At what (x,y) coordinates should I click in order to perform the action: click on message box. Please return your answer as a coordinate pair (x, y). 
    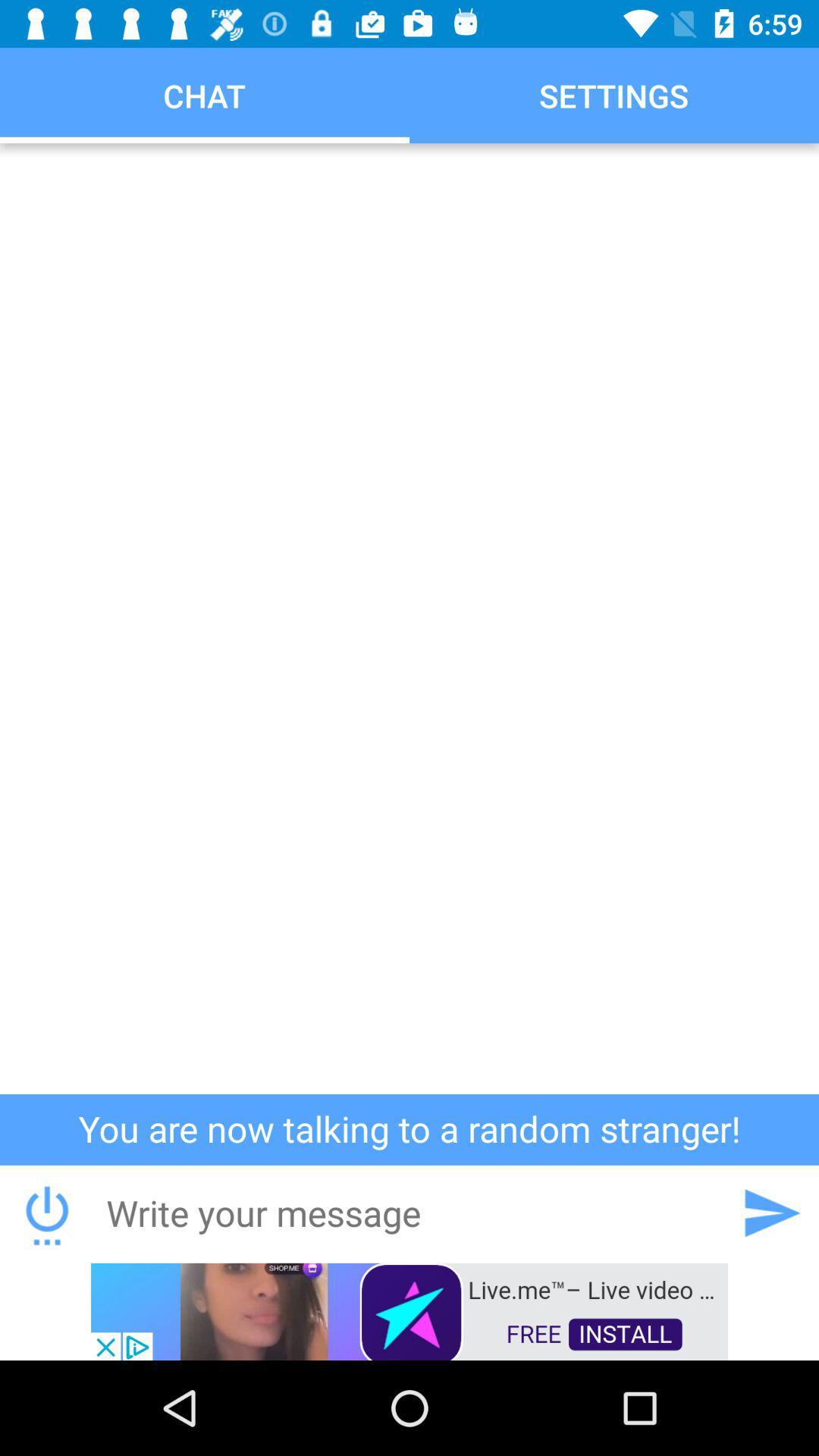
    Looking at the image, I should click on (408, 1212).